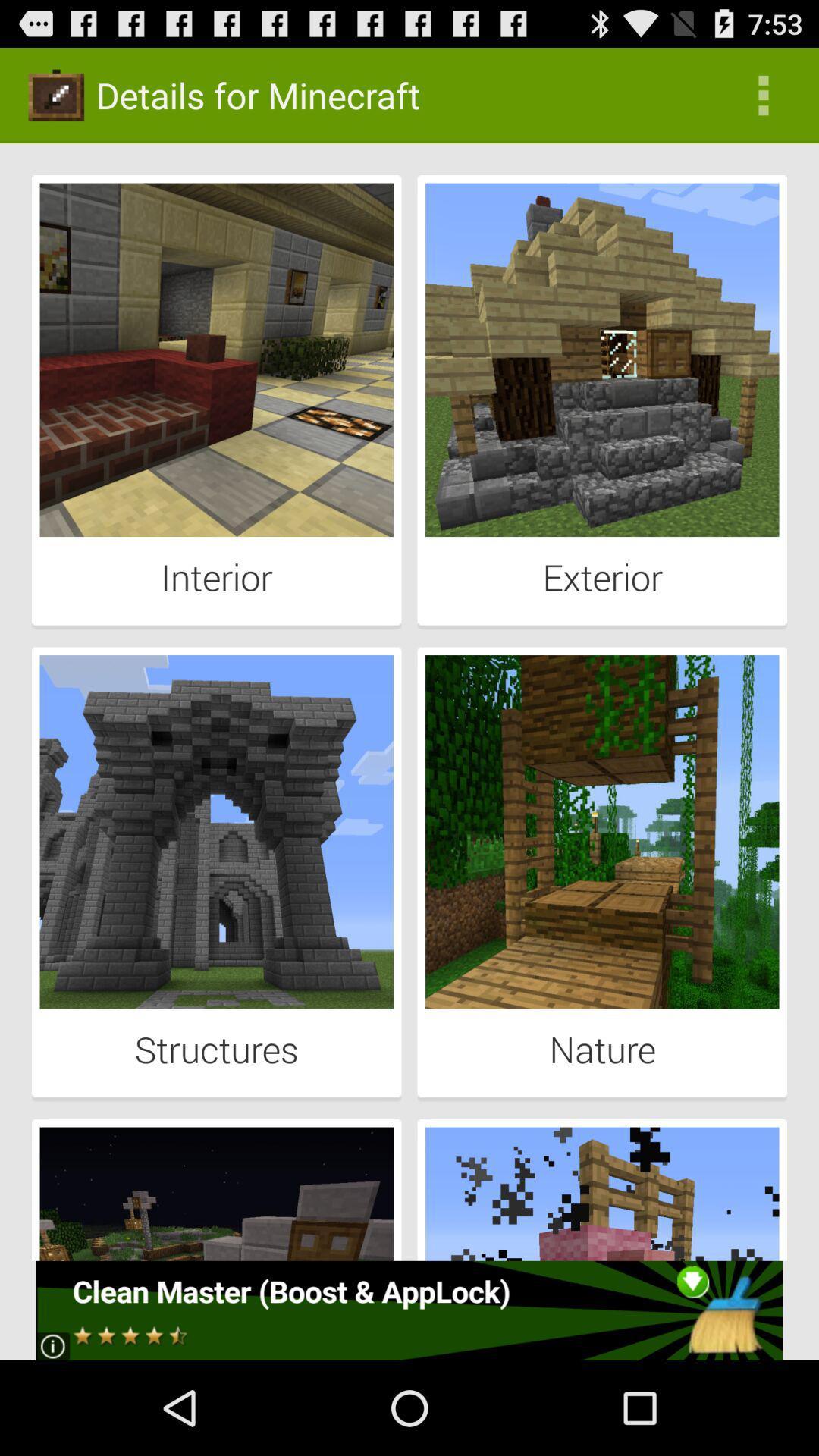 This screenshot has height=1456, width=819. I want to click on advertisement, so click(408, 1310).